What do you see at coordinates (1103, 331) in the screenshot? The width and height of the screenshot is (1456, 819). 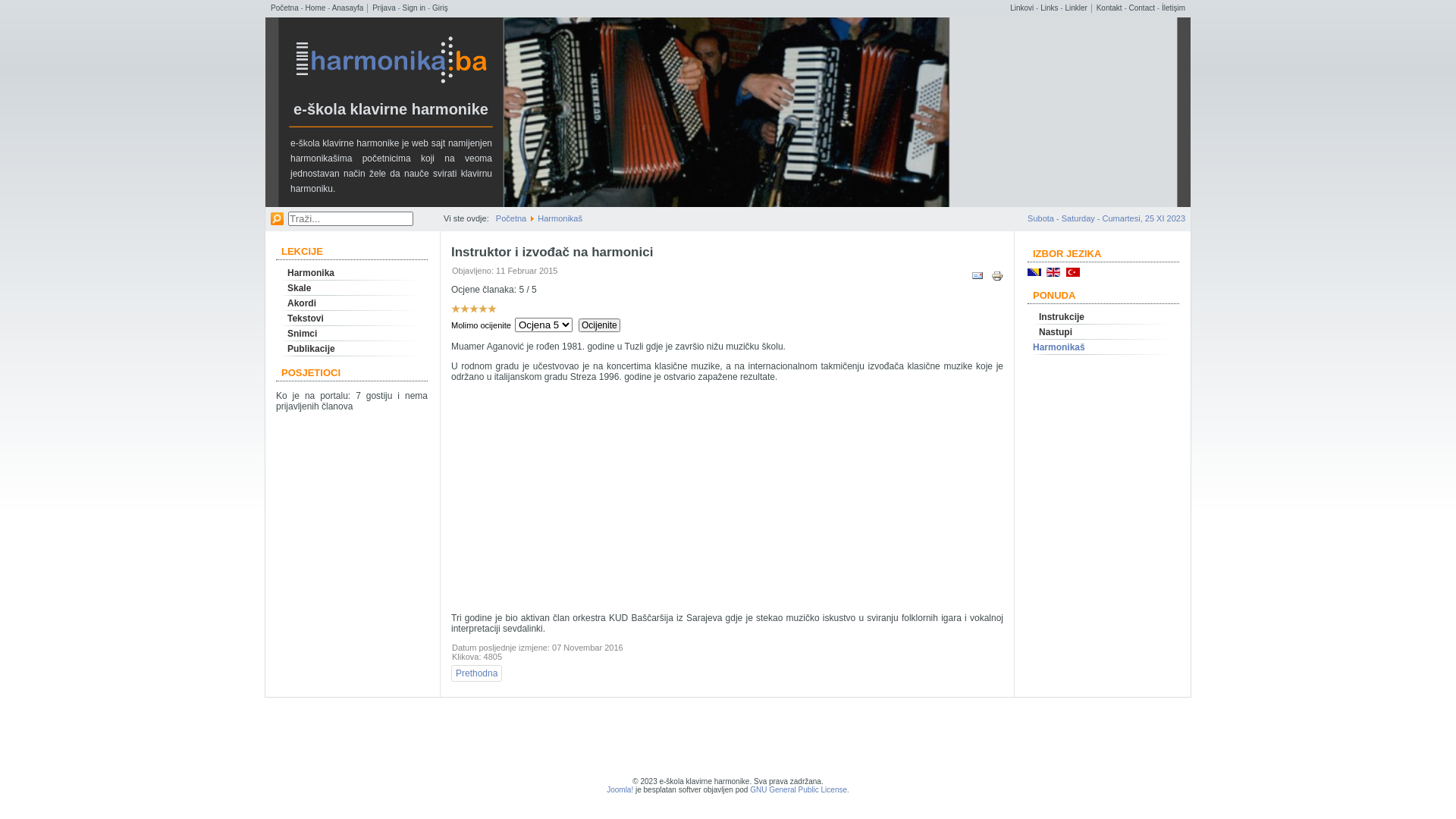 I see `'Nastupi'` at bounding box center [1103, 331].